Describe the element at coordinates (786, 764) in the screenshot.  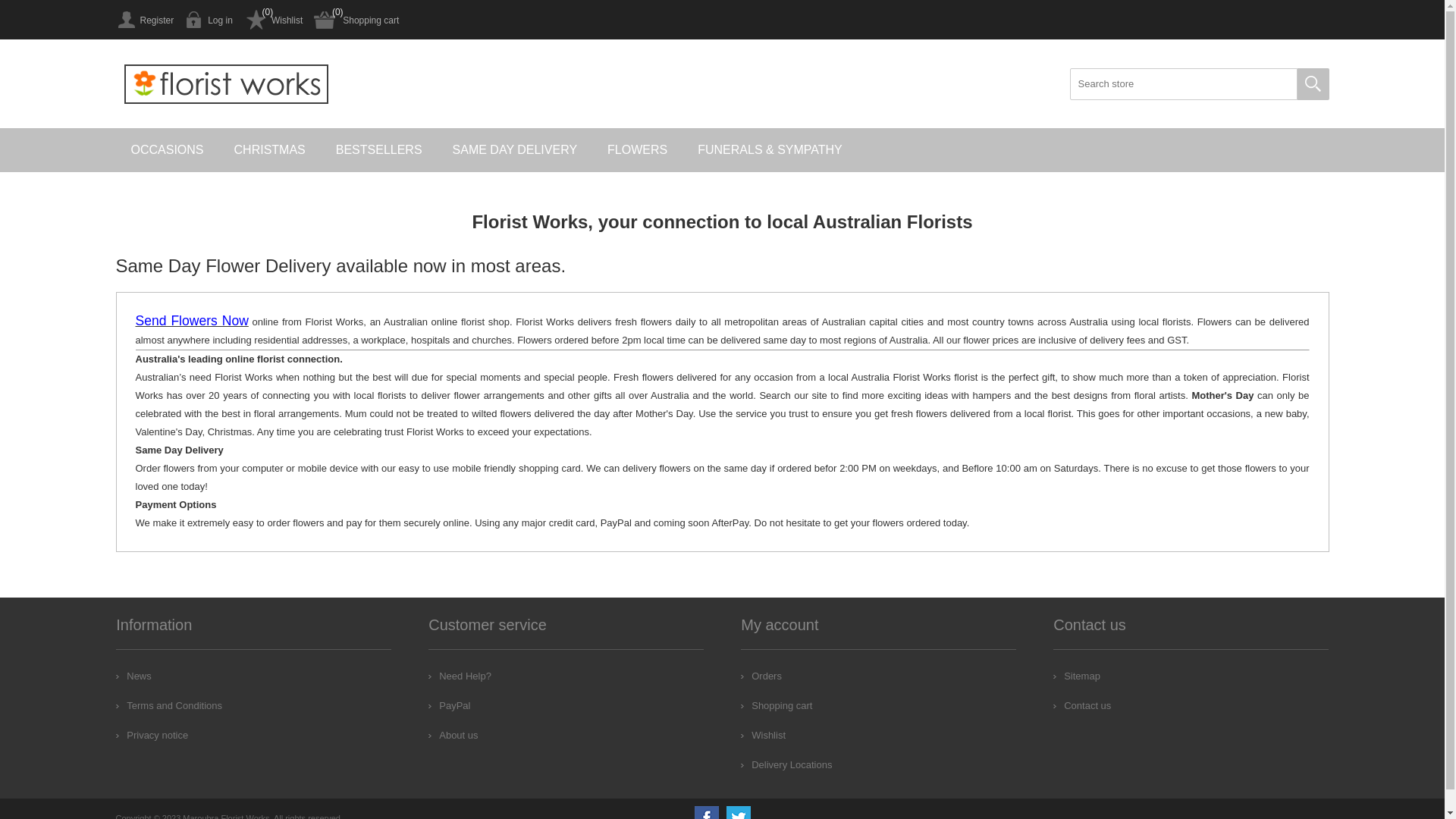
I see `'Delivery Locations'` at that location.